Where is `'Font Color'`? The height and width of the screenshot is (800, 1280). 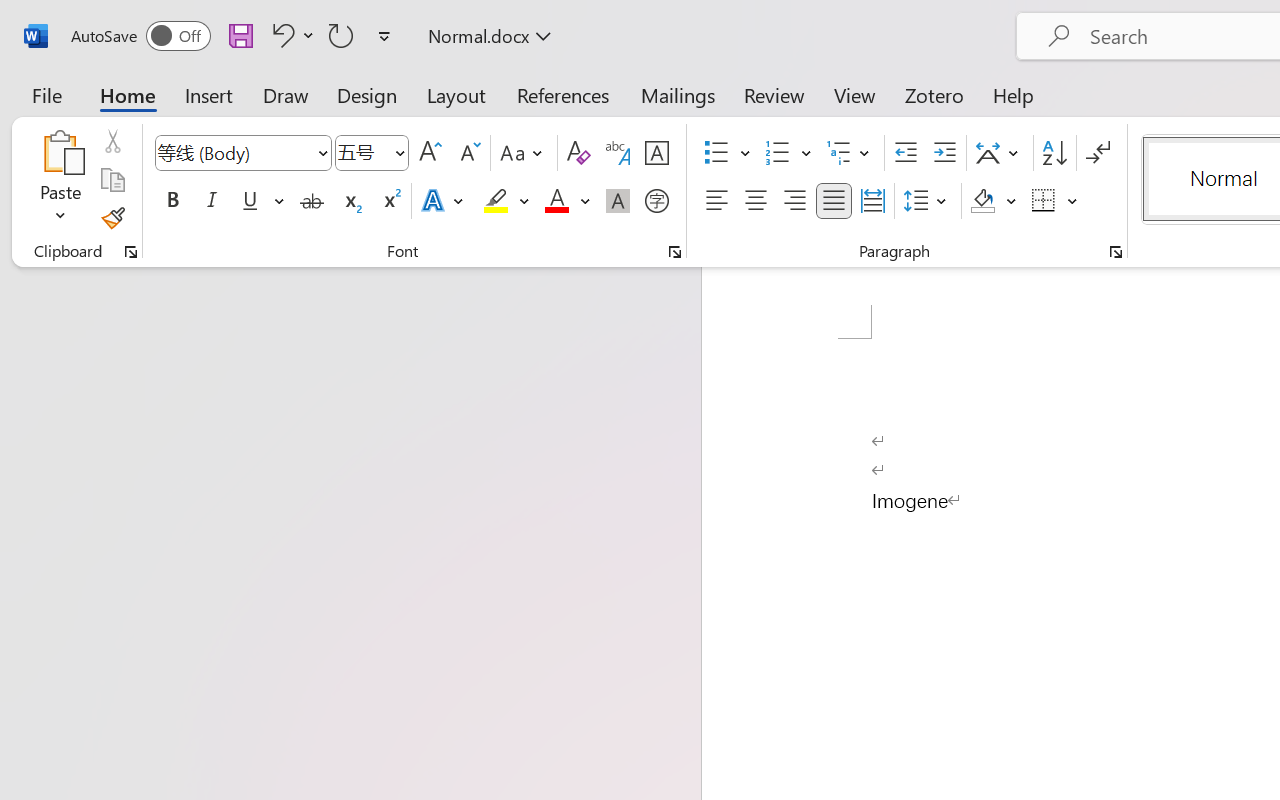
'Font Color' is located at coordinates (566, 201).